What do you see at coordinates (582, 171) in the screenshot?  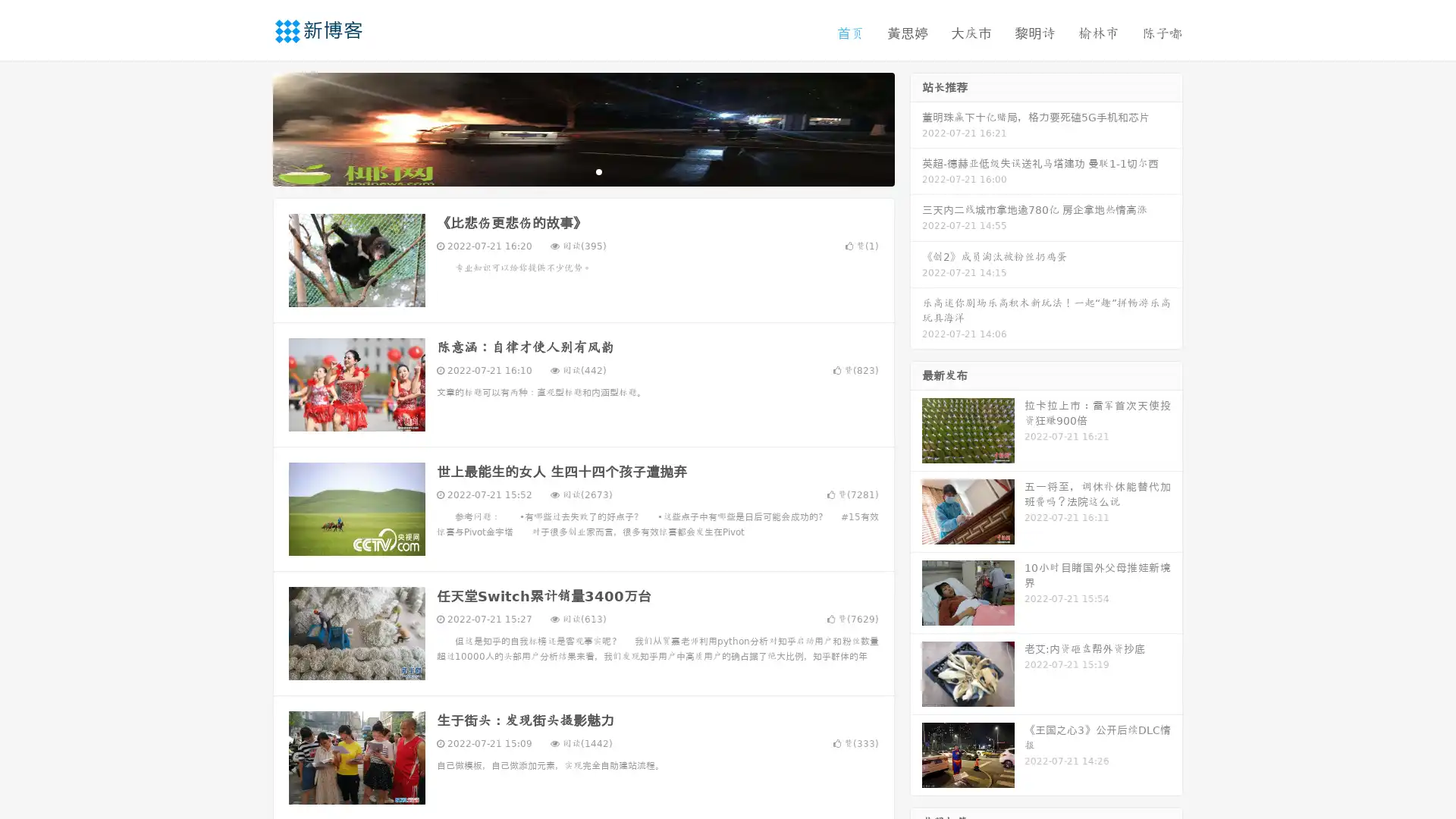 I see `Go to slide 2` at bounding box center [582, 171].